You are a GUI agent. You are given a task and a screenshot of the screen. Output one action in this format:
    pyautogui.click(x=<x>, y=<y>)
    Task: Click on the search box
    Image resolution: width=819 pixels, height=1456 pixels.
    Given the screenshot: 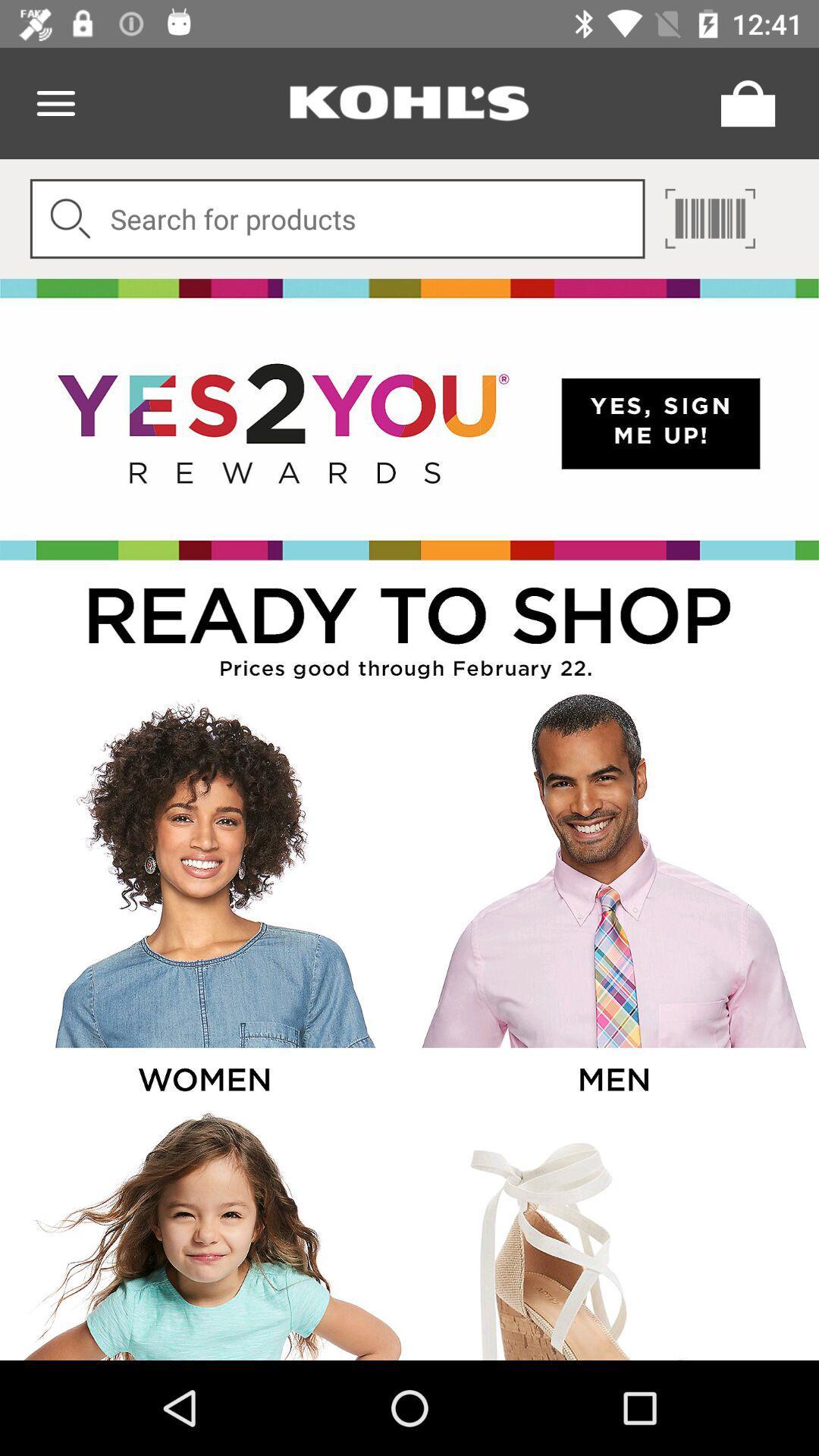 What is the action you would take?
    pyautogui.click(x=337, y=218)
    